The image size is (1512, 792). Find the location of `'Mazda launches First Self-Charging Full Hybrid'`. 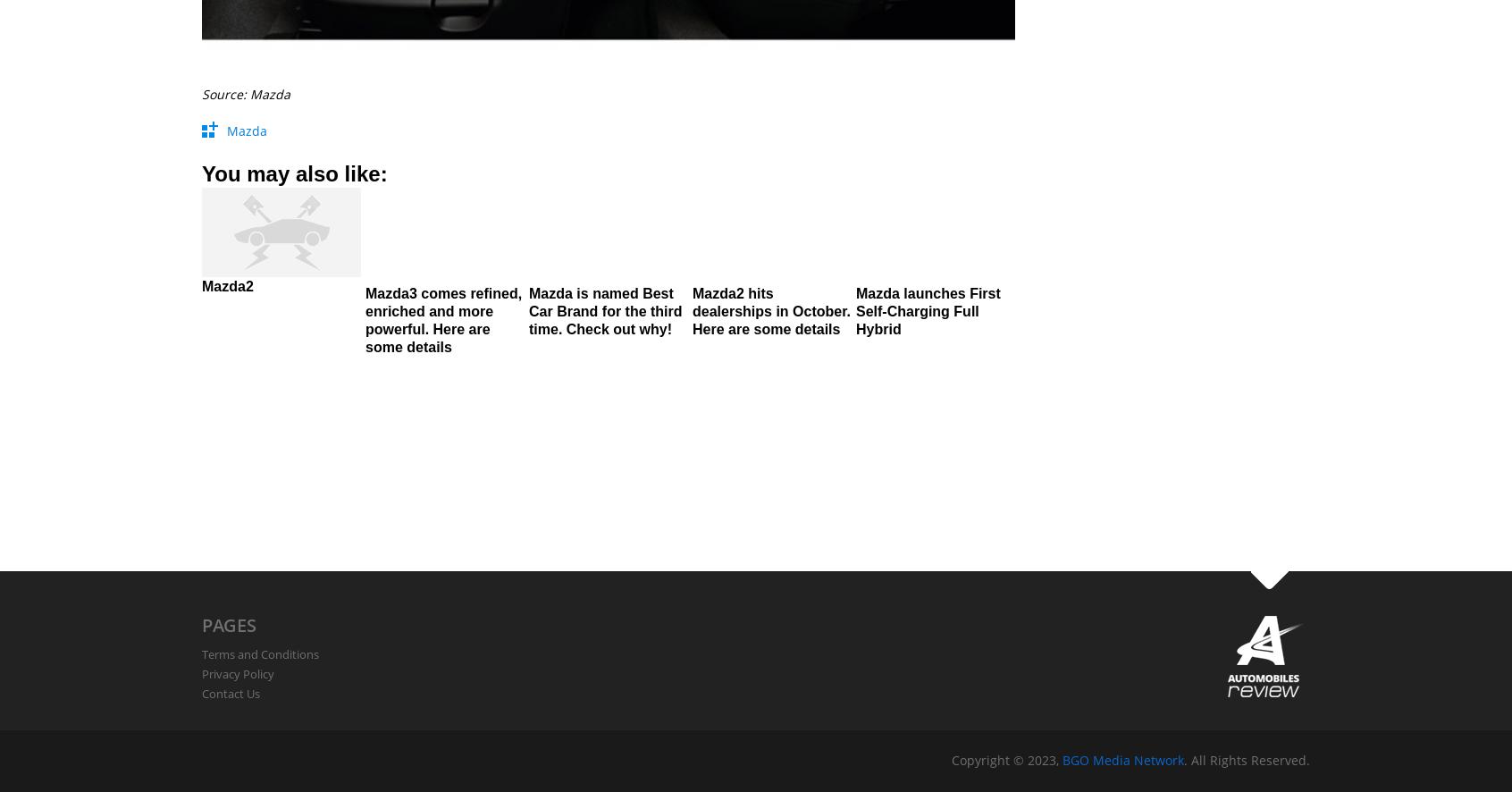

'Mazda launches First Self-Charging Full Hybrid' is located at coordinates (927, 309).